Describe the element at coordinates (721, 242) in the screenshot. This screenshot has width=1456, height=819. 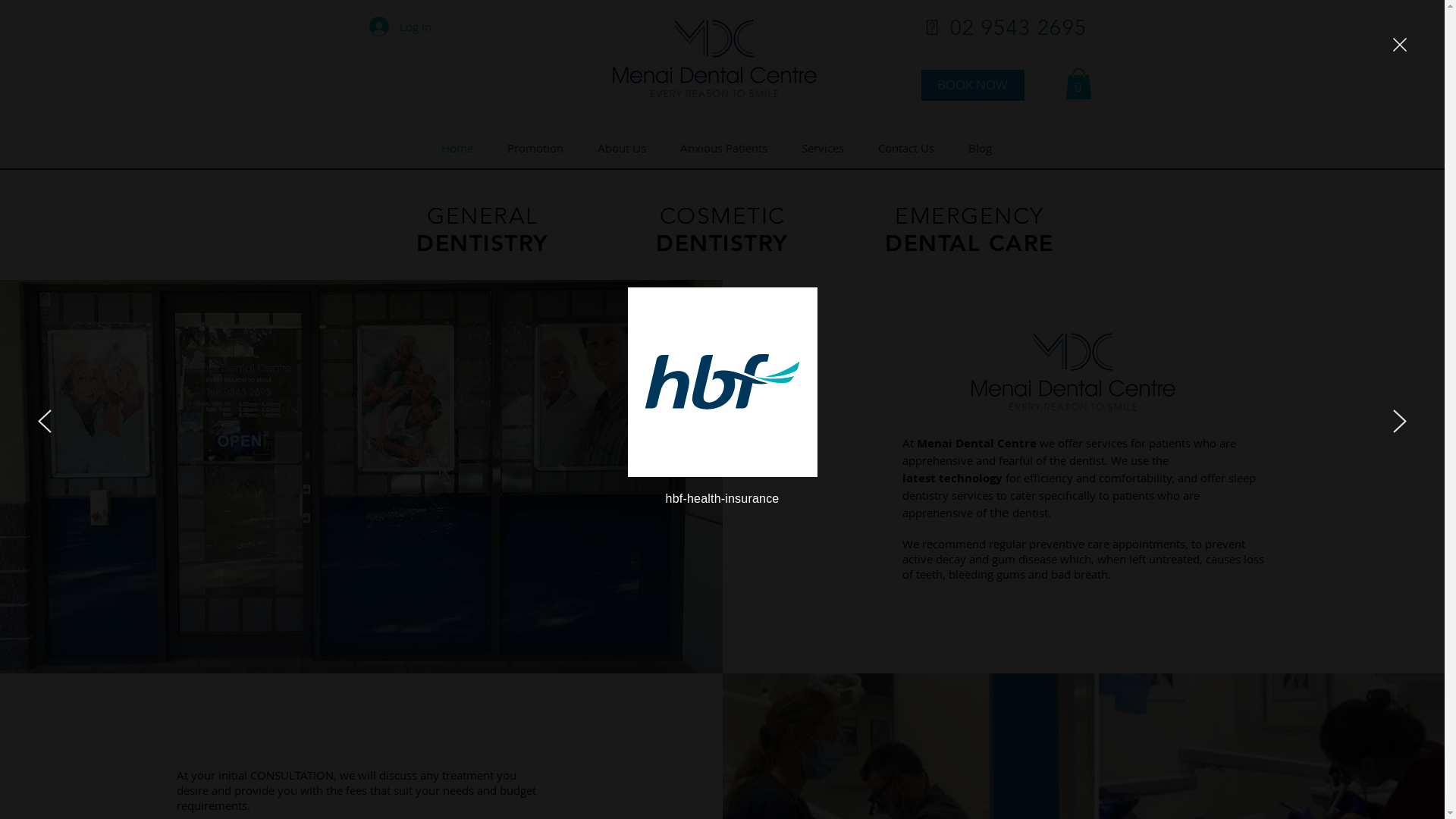
I see `'DENTISTRY'` at that location.